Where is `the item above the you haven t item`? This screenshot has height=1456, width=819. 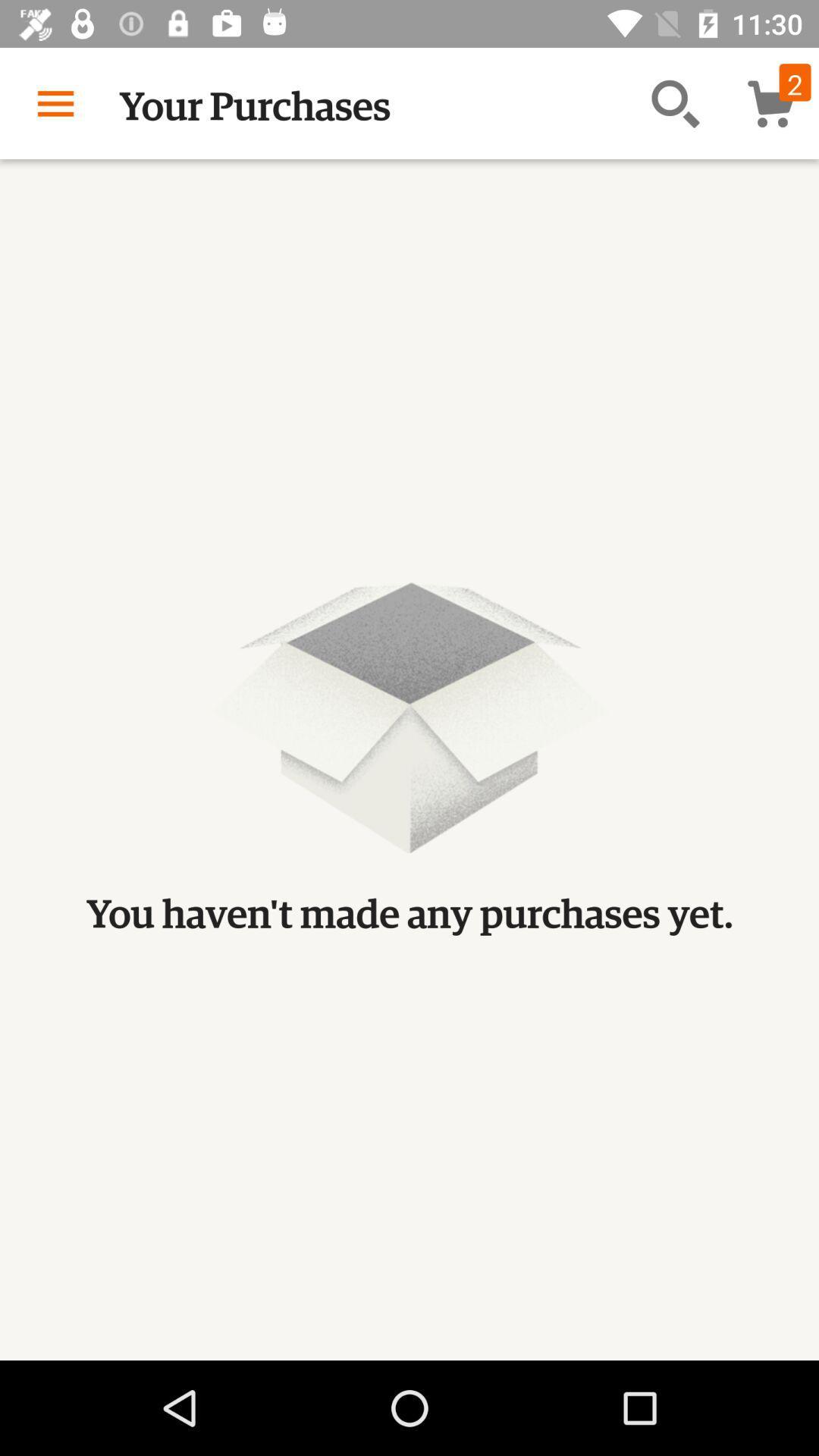
the item above the you haven t item is located at coordinates (675, 102).